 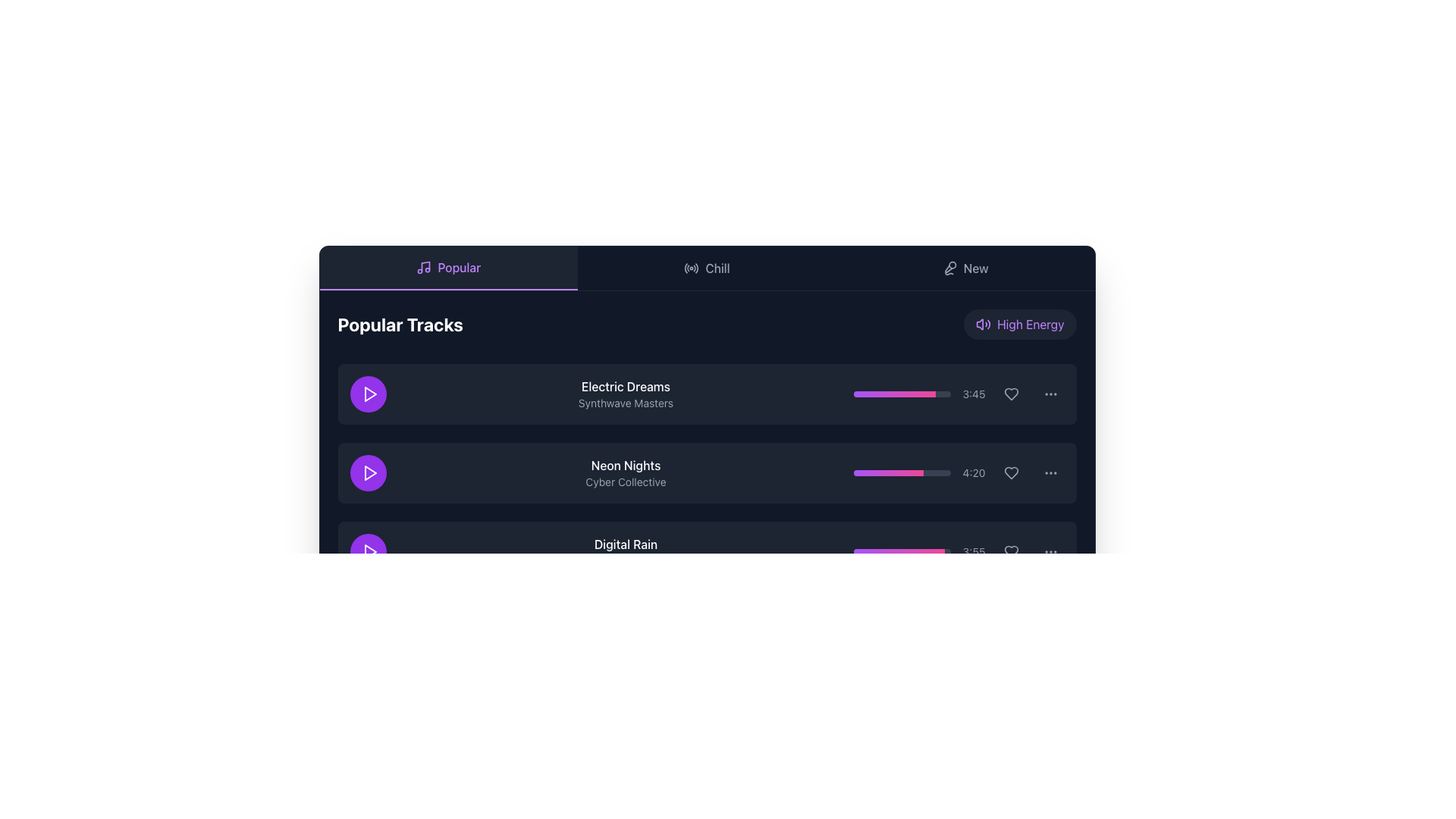 What do you see at coordinates (626, 543) in the screenshot?
I see `the text label that serves as the title of a track or item` at bounding box center [626, 543].